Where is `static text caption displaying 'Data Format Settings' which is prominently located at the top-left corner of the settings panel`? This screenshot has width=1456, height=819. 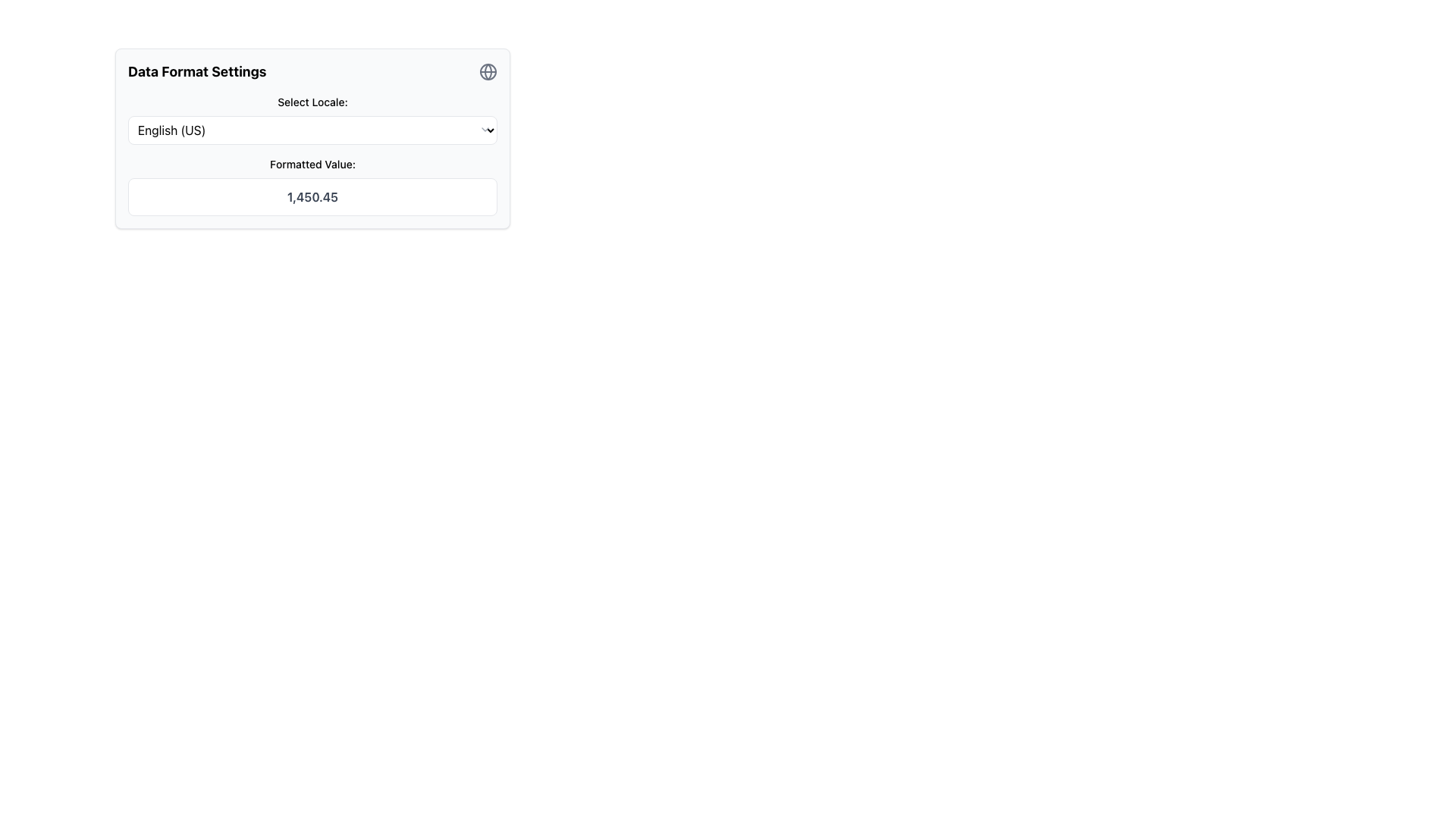 static text caption displaying 'Data Format Settings' which is prominently located at the top-left corner of the settings panel is located at coordinates (196, 72).